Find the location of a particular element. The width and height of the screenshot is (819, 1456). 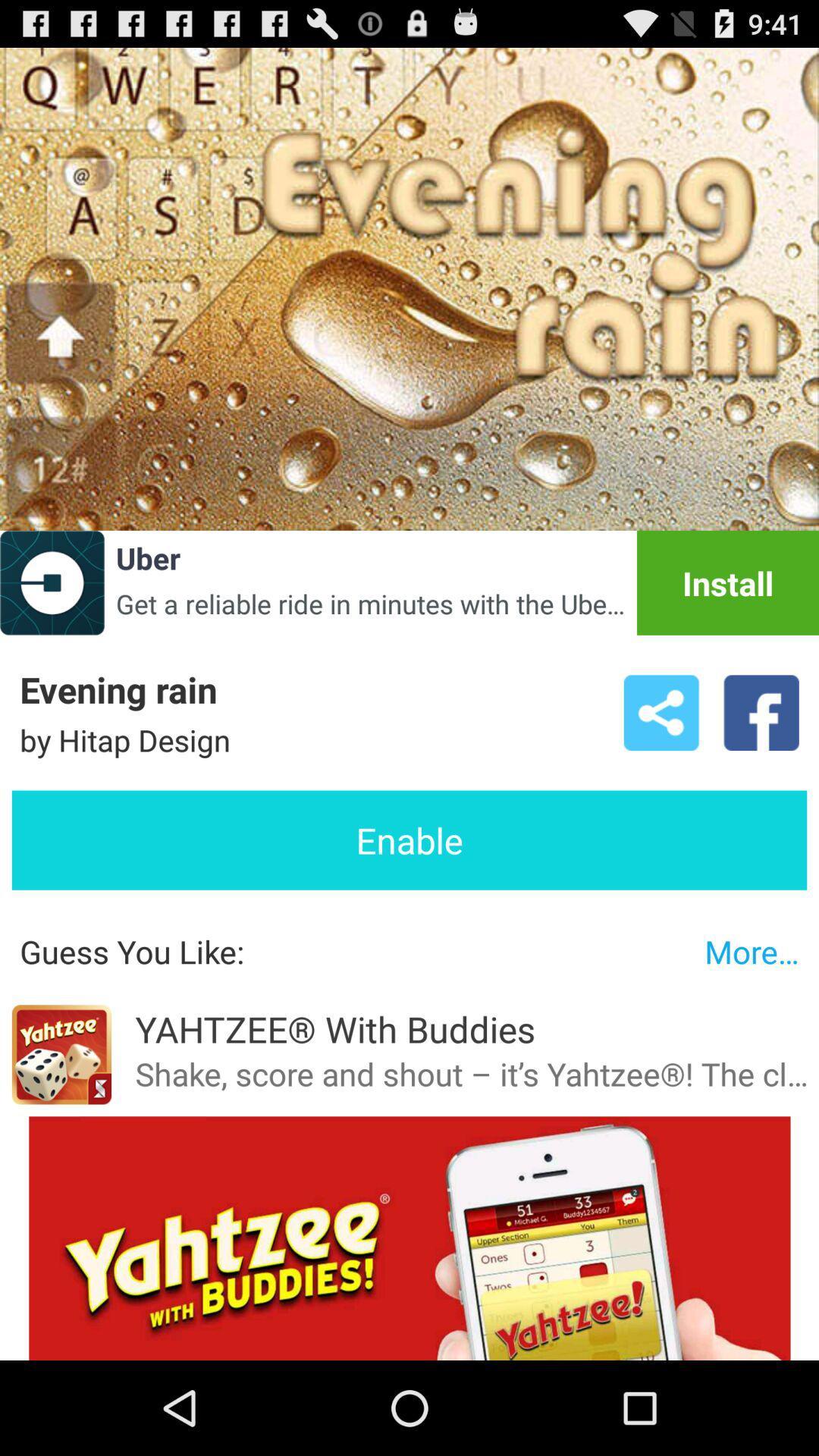

icon above guess you like: item is located at coordinates (409, 839).